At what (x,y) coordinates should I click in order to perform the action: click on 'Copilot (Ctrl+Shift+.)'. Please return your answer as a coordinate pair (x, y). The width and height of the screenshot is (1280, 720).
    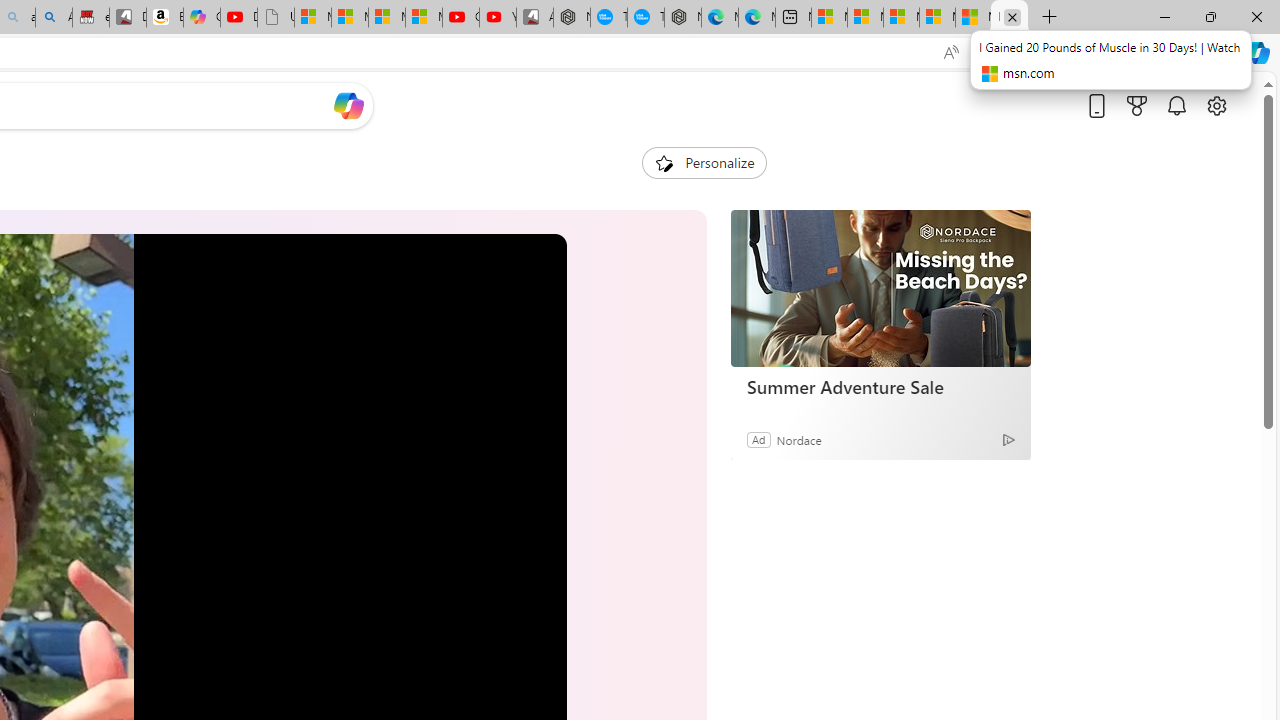
    Looking at the image, I should click on (1257, 51).